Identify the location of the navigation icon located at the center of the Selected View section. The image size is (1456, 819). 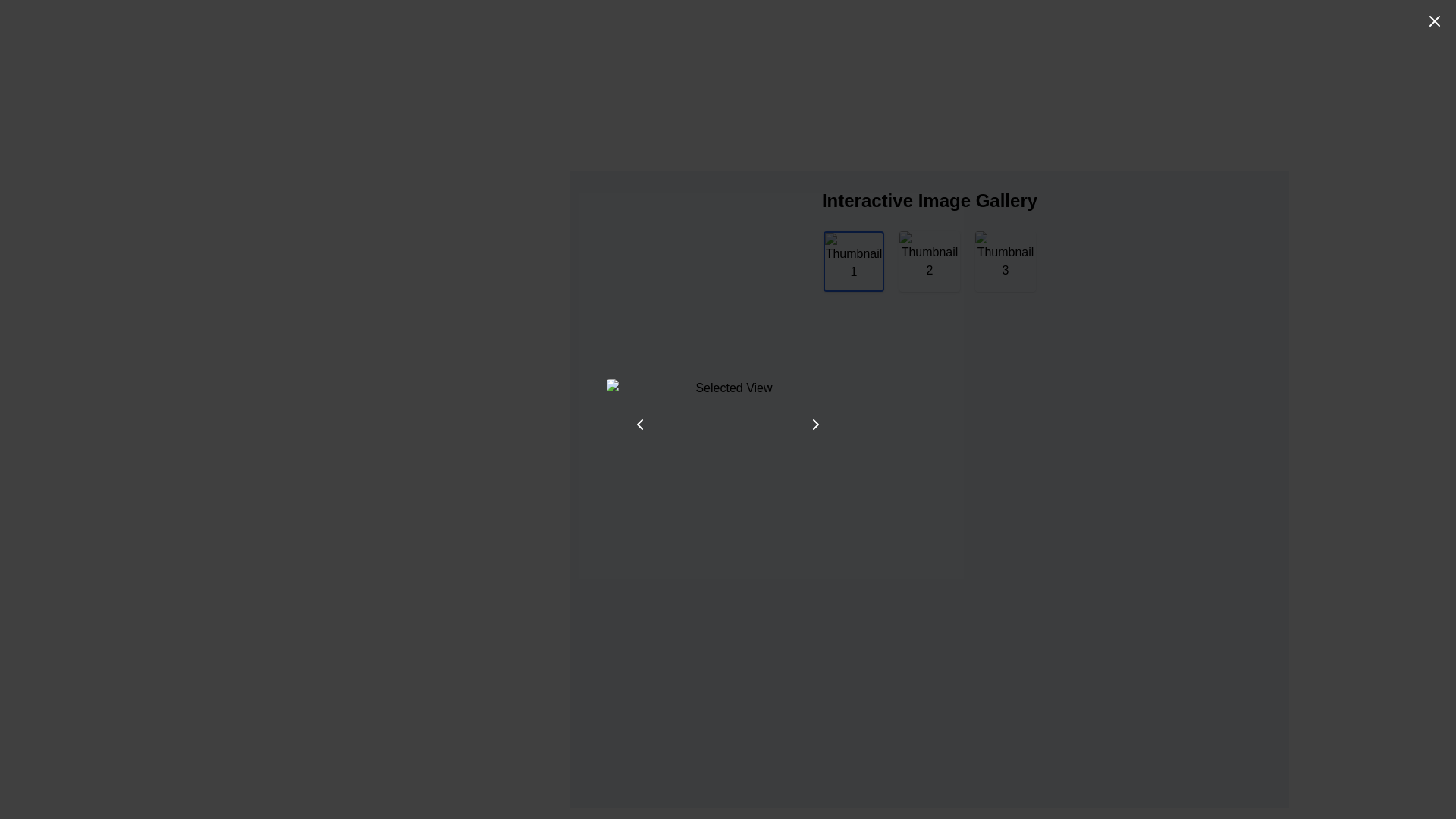
(814, 424).